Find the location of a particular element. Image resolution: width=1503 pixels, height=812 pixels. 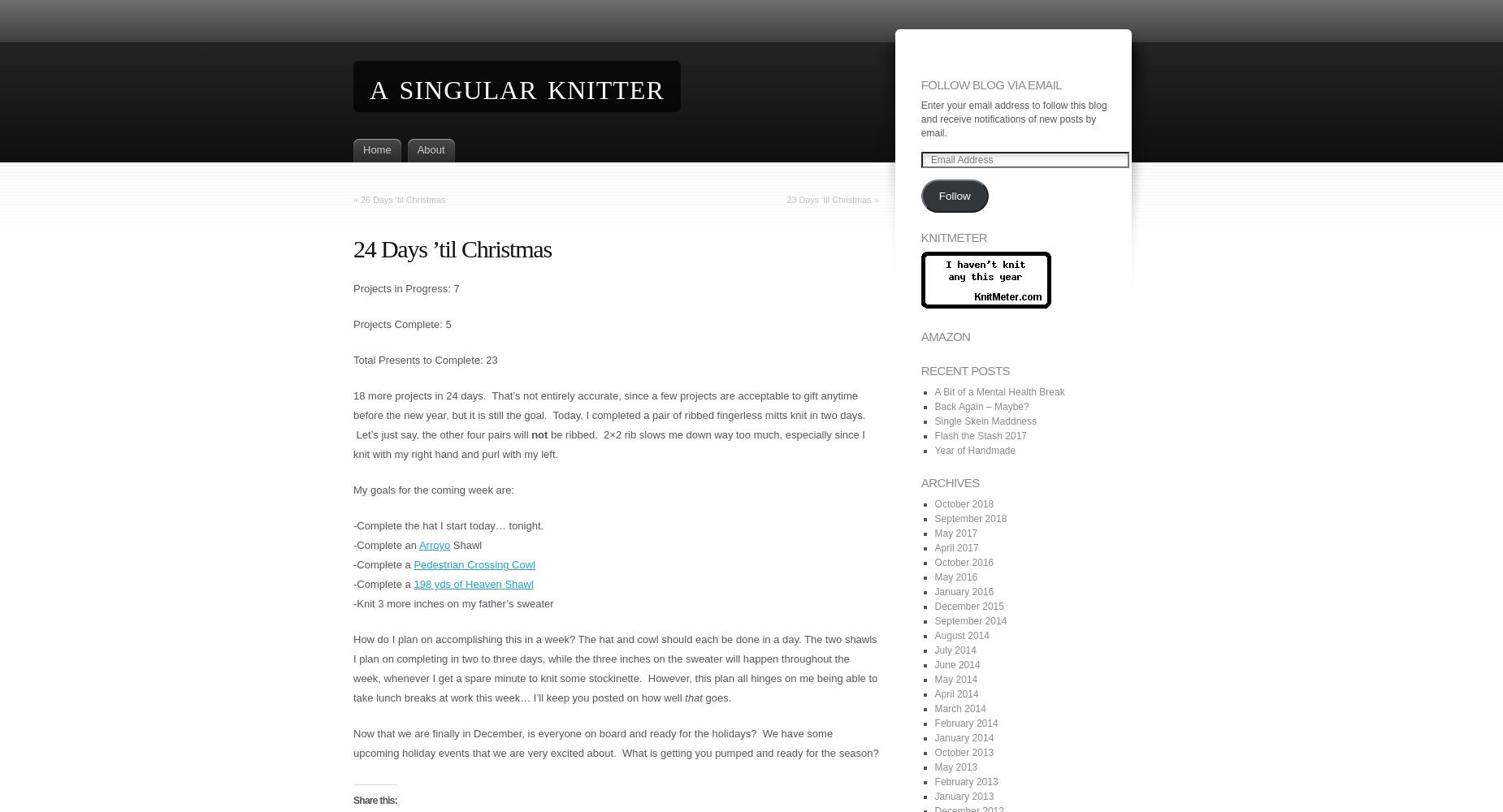

'February 2014' is located at coordinates (964, 723).